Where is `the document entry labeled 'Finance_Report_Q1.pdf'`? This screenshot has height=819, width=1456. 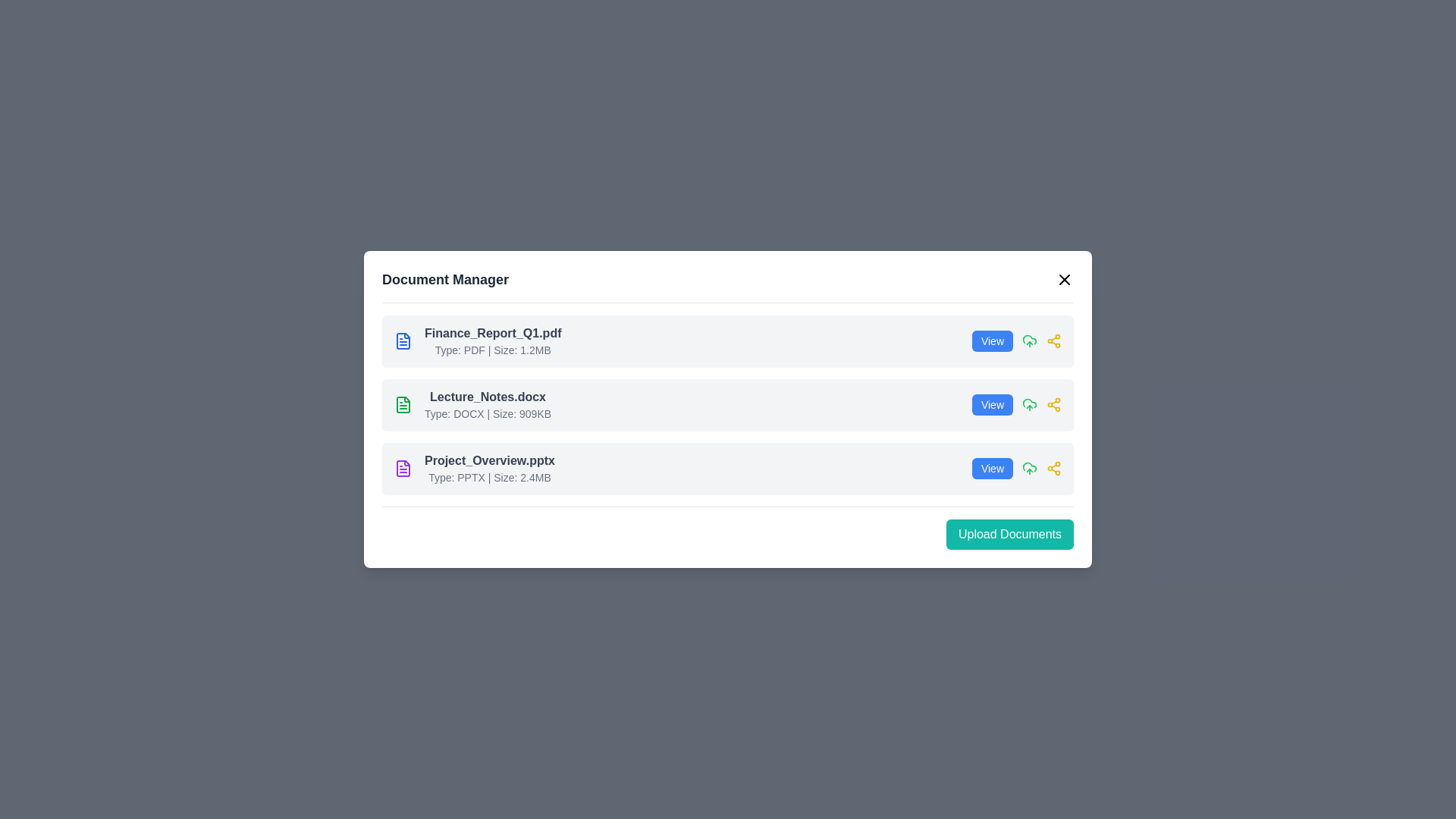
the document entry labeled 'Finance_Report_Q1.pdf' is located at coordinates (493, 341).